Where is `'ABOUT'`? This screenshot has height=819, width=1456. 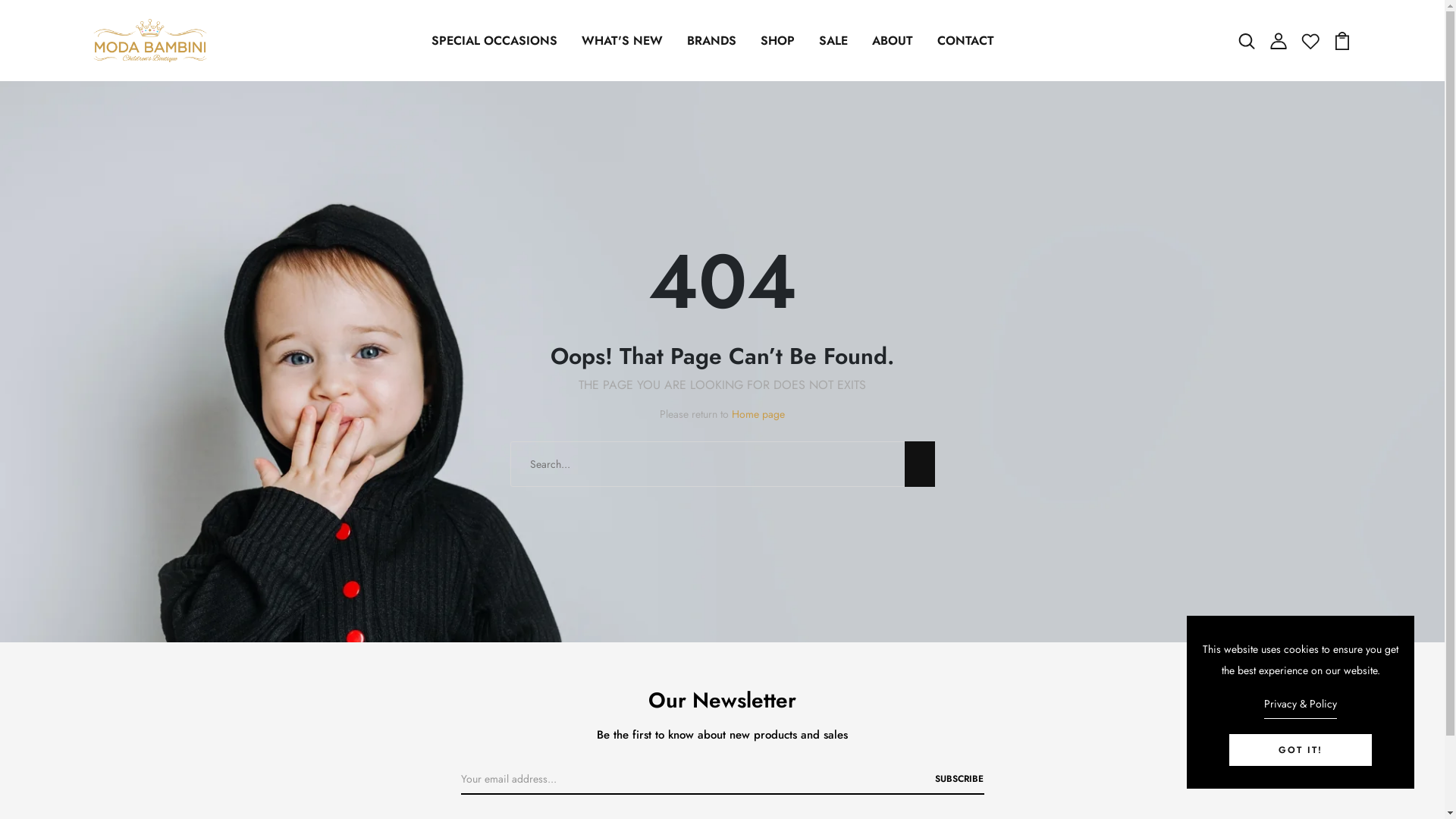 'ABOUT' is located at coordinates (892, 40).